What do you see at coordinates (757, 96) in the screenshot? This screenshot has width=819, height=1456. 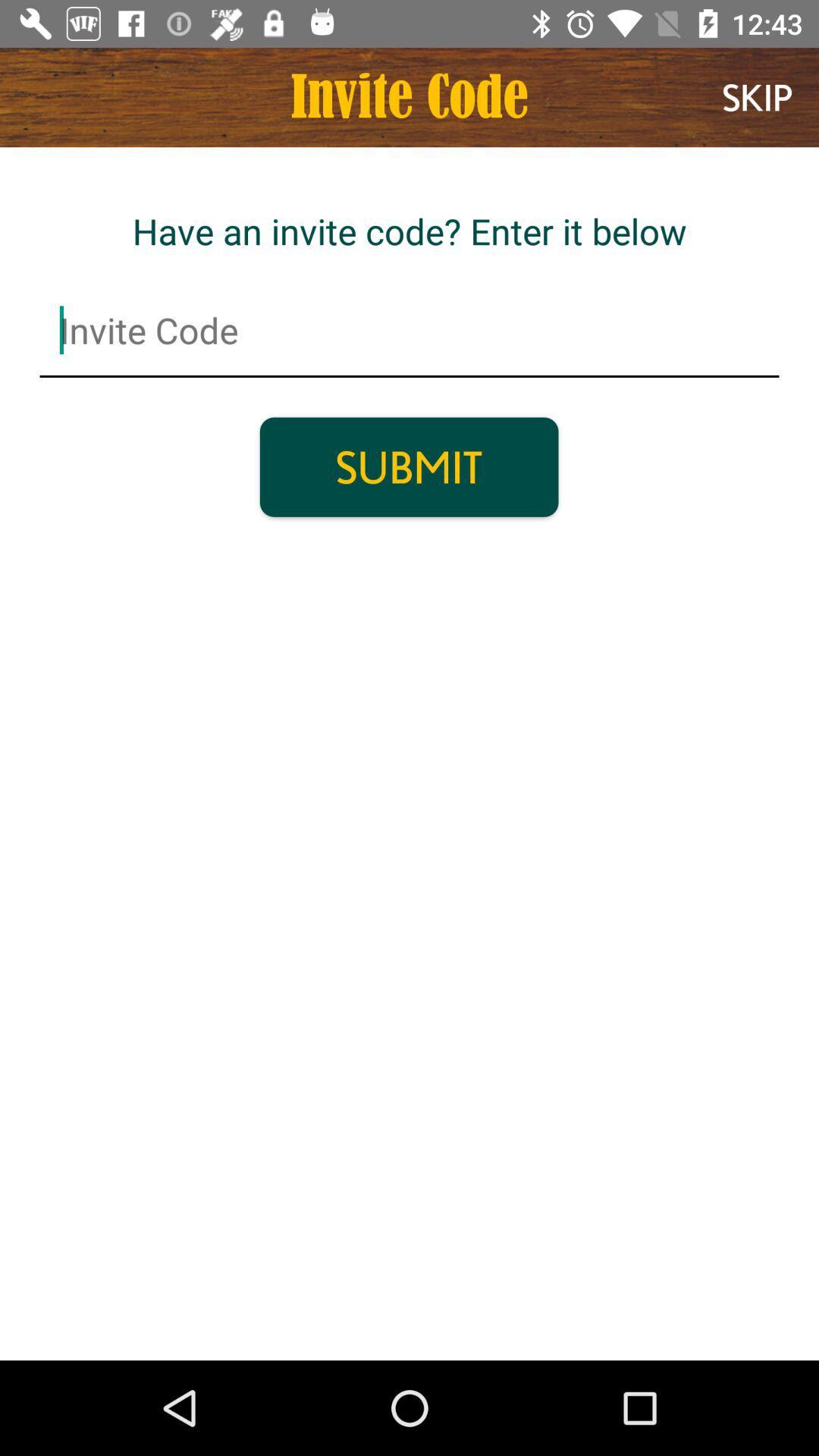 I see `skip icon` at bounding box center [757, 96].